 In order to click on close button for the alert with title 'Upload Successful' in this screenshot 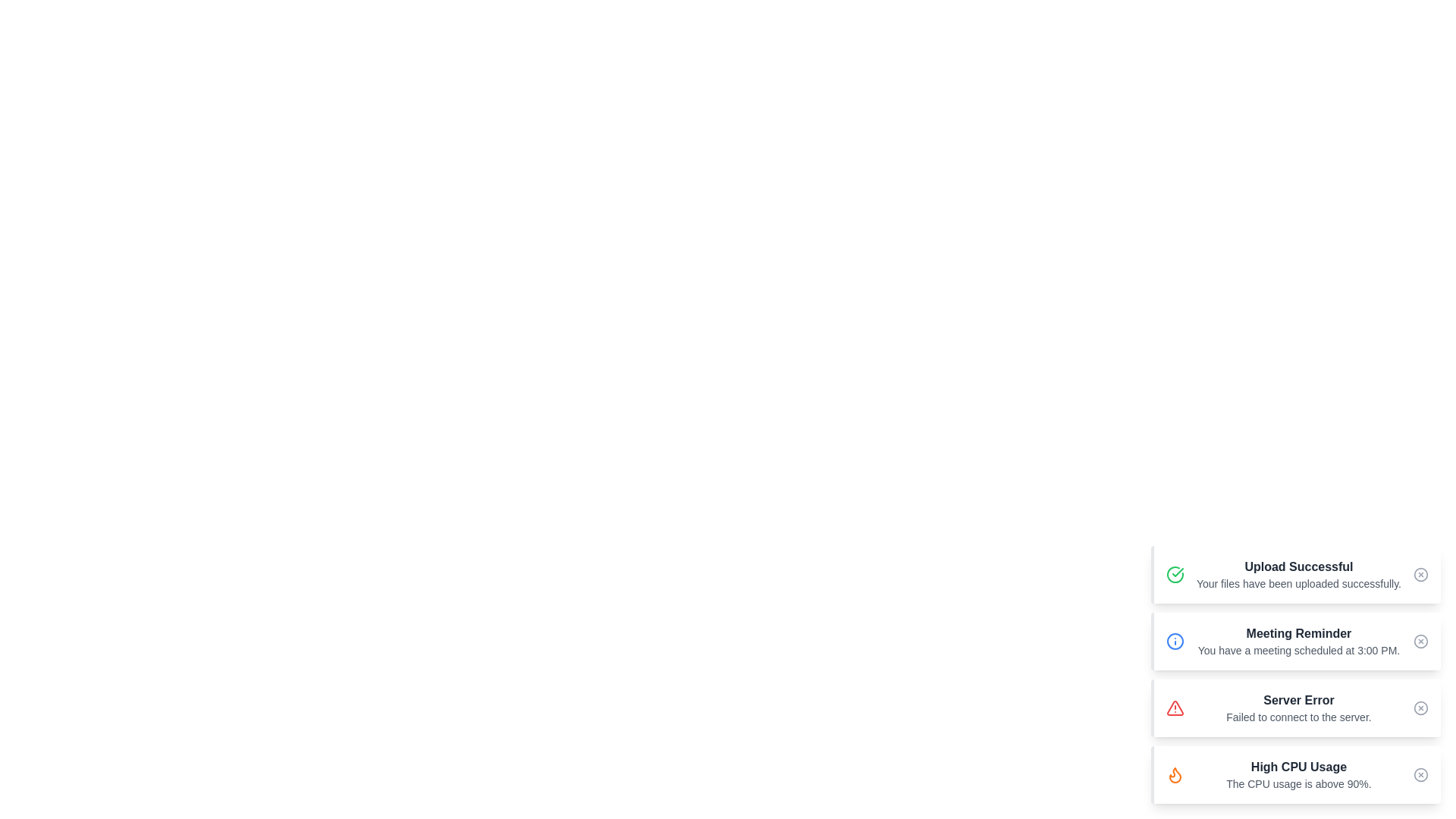, I will do `click(1420, 575)`.